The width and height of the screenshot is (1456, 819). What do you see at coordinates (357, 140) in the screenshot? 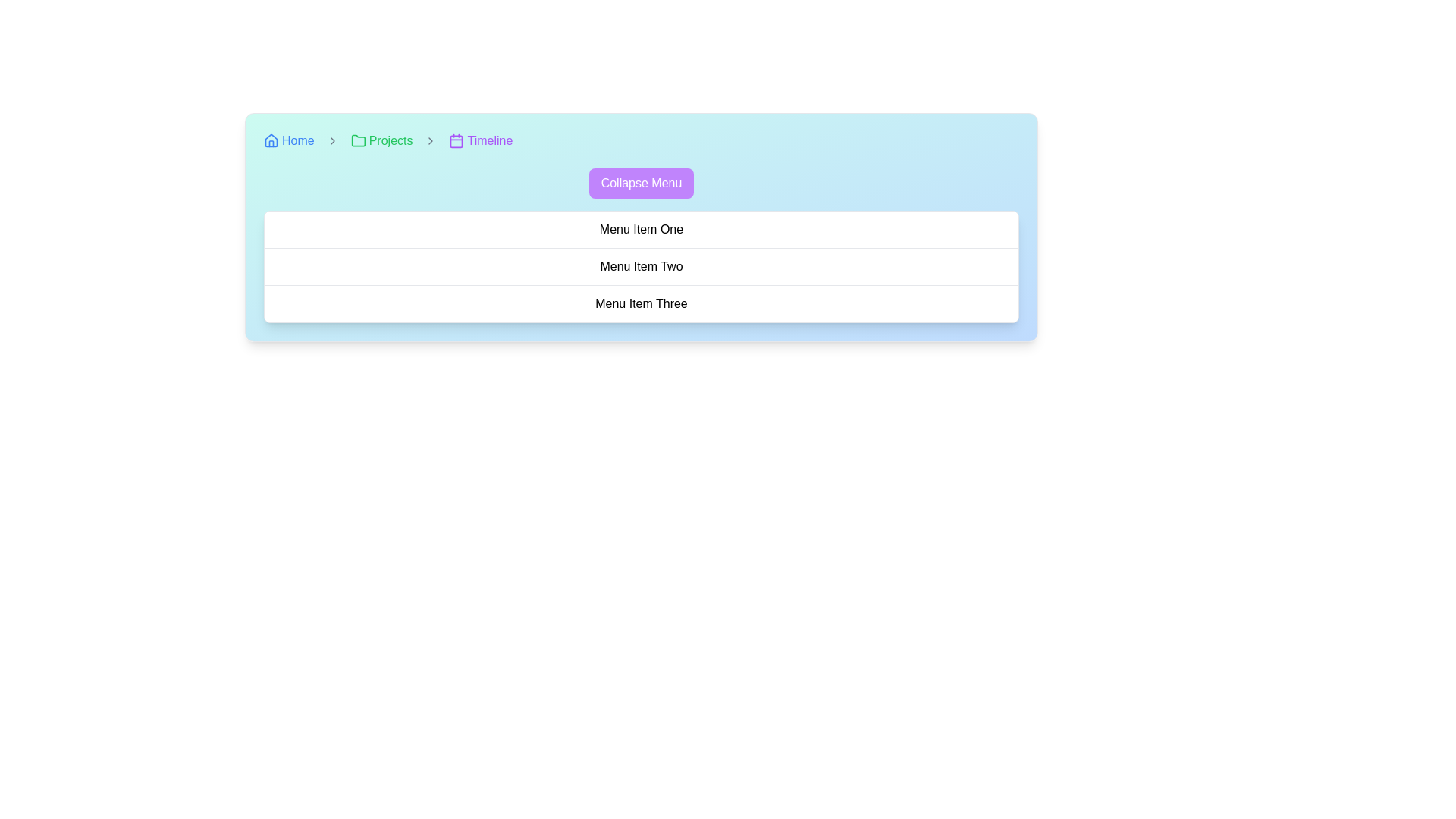
I see `the folder icon in the breadcrumb navigation that signifies the 'Projects' section, located between the 'Home' icon and the 'Projects' text` at bounding box center [357, 140].